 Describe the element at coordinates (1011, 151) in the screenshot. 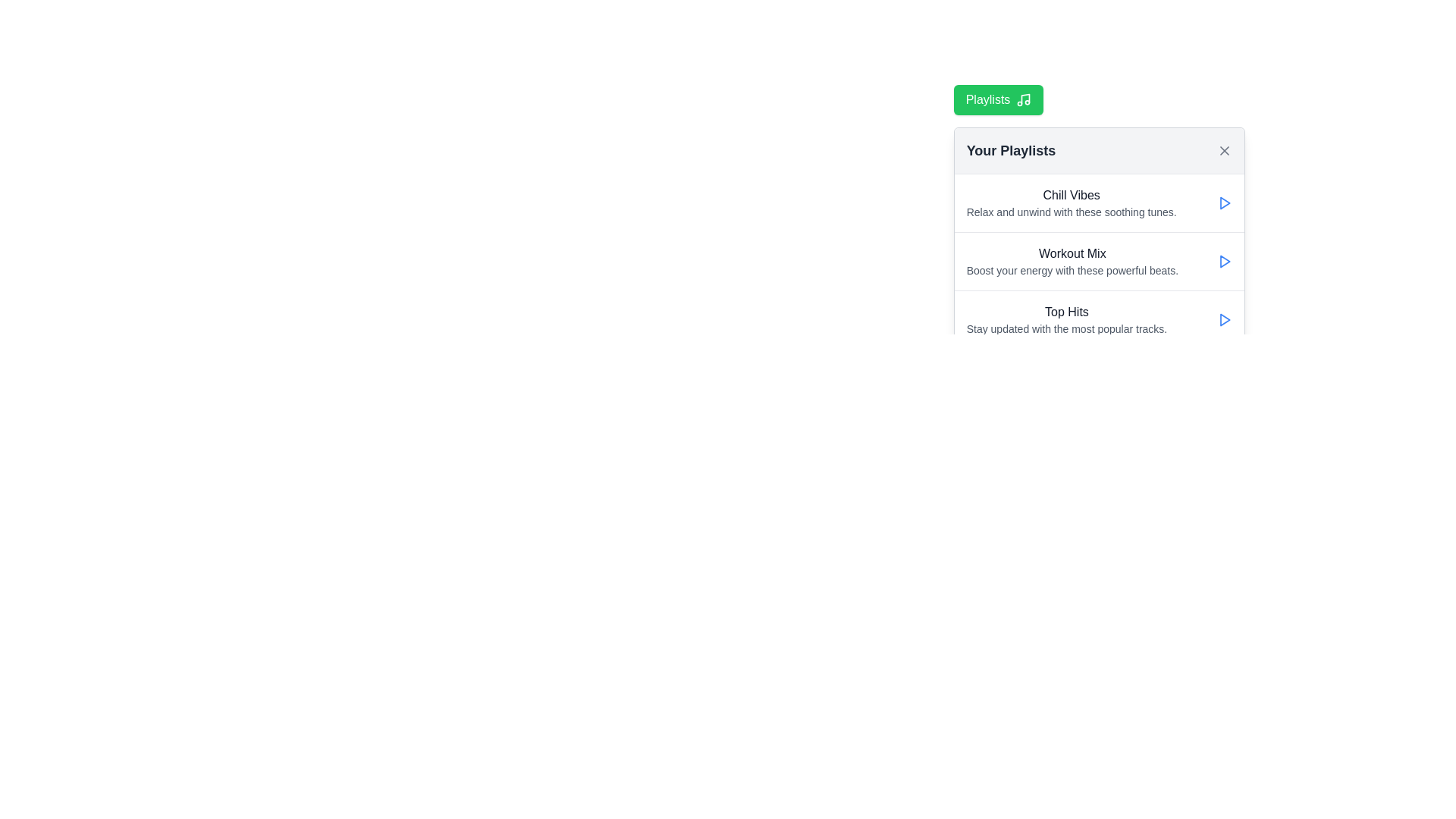

I see `the header text element displaying 'Your Playlists', which is located at the top-left area of the playlist menu panel` at that location.